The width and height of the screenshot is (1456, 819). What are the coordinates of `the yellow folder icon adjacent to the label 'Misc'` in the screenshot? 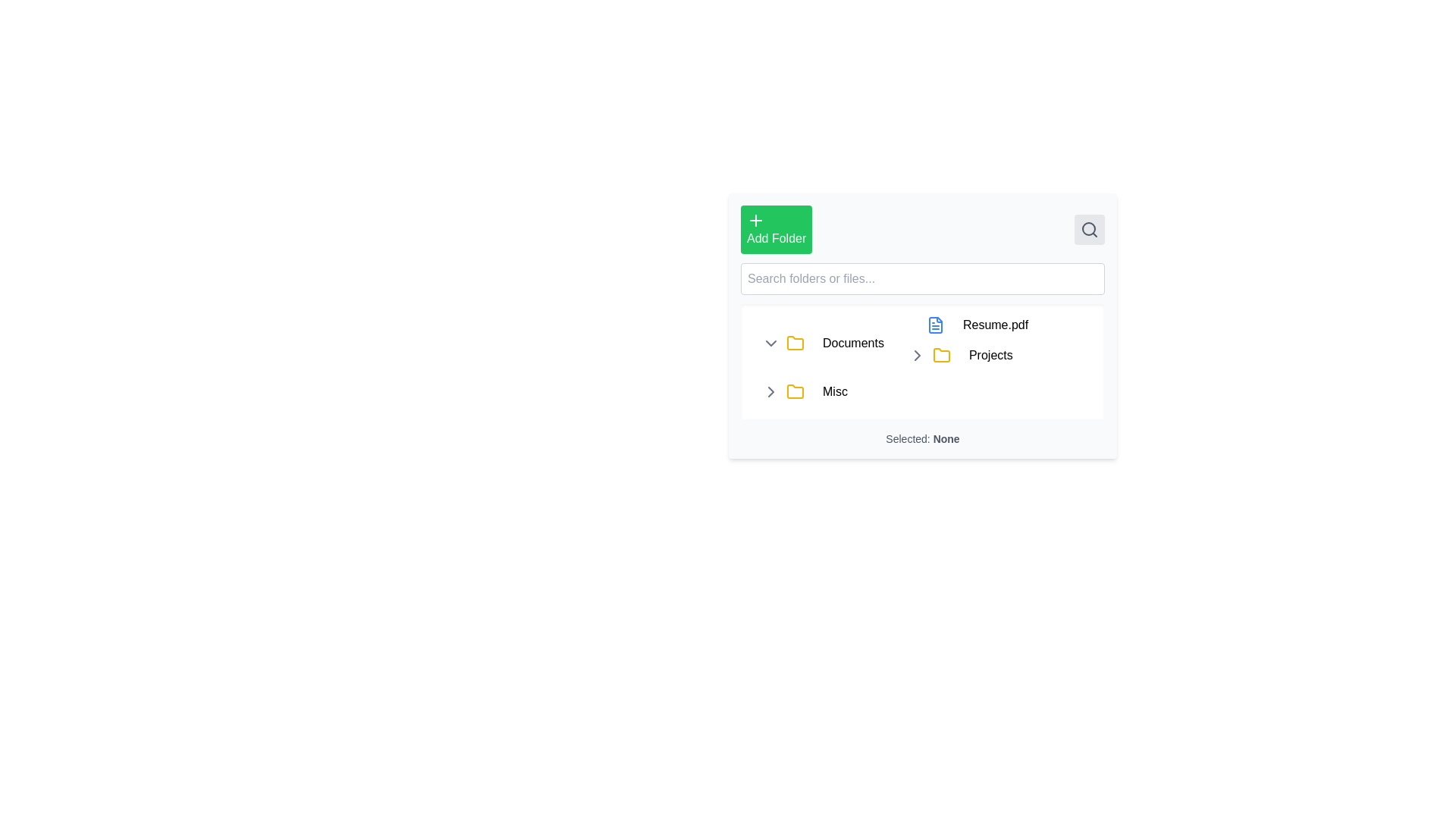 It's located at (795, 391).